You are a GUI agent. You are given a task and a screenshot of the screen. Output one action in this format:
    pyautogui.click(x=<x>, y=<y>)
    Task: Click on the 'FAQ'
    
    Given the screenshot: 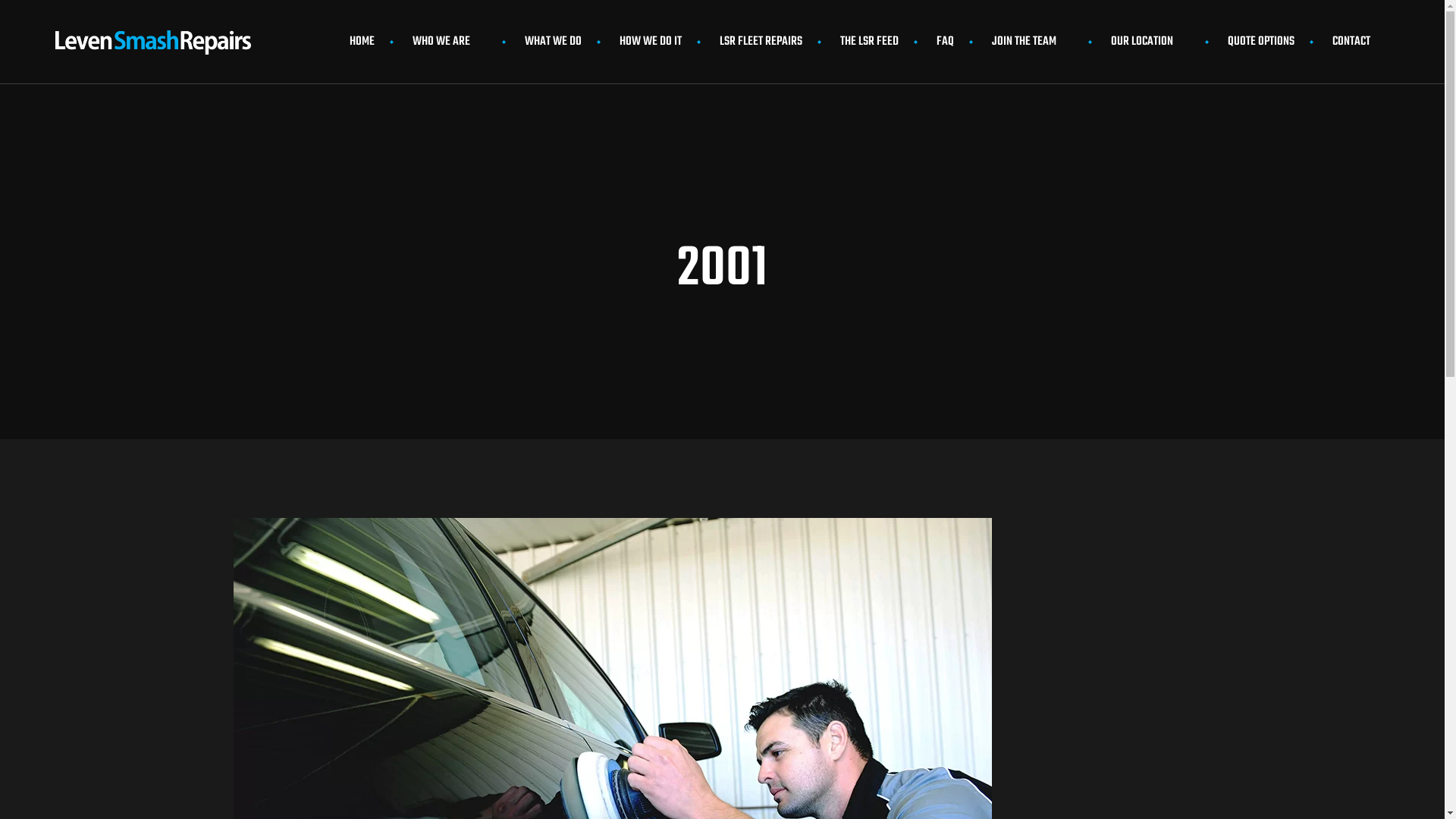 What is the action you would take?
    pyautogui.click(x=916, y=40)
    